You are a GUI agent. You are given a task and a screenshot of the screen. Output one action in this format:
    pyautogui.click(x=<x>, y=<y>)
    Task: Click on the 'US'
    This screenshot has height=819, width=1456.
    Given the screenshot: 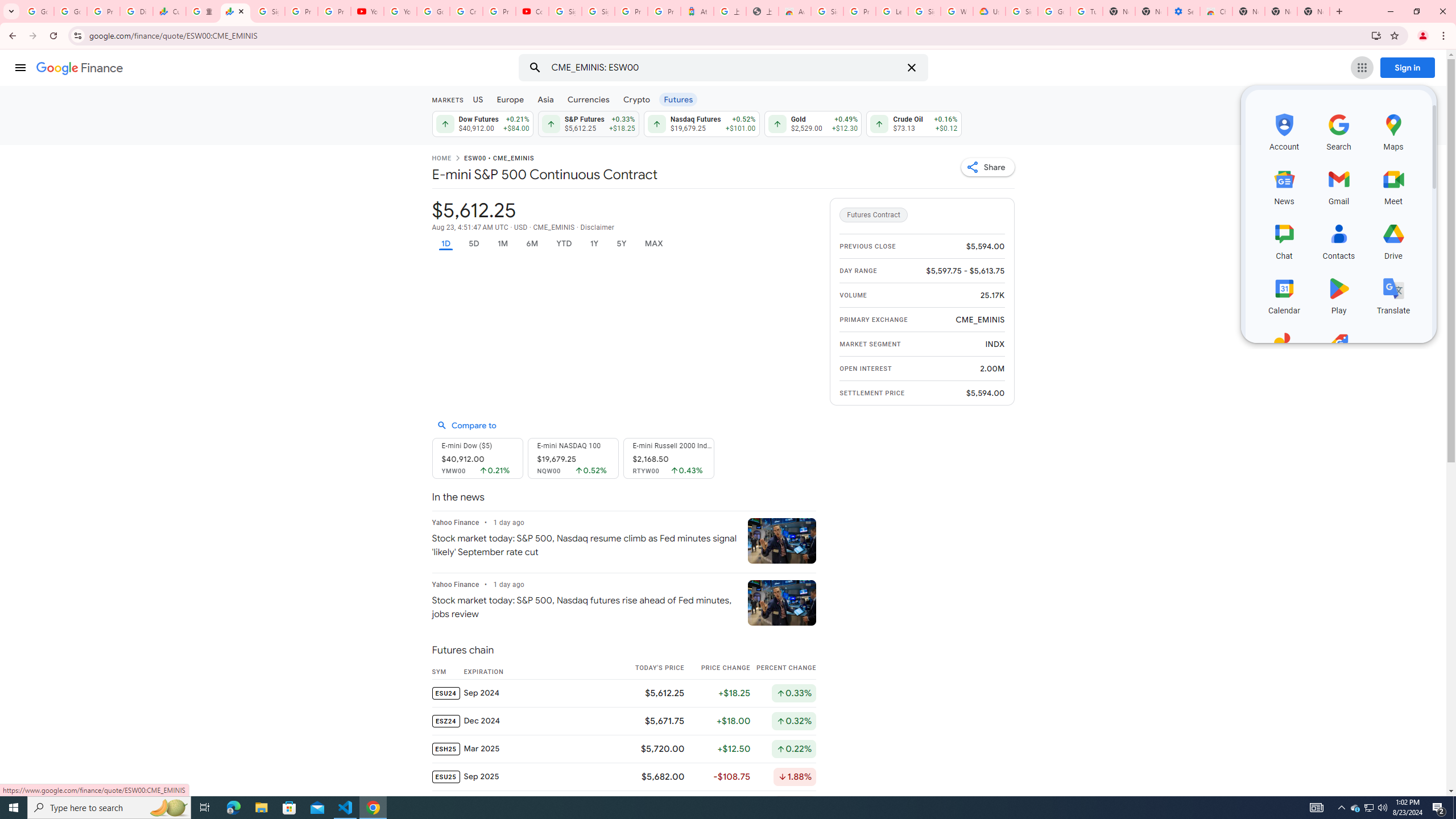 What is the action you would take?
    pyautogui.click(x=477, y=98)
    